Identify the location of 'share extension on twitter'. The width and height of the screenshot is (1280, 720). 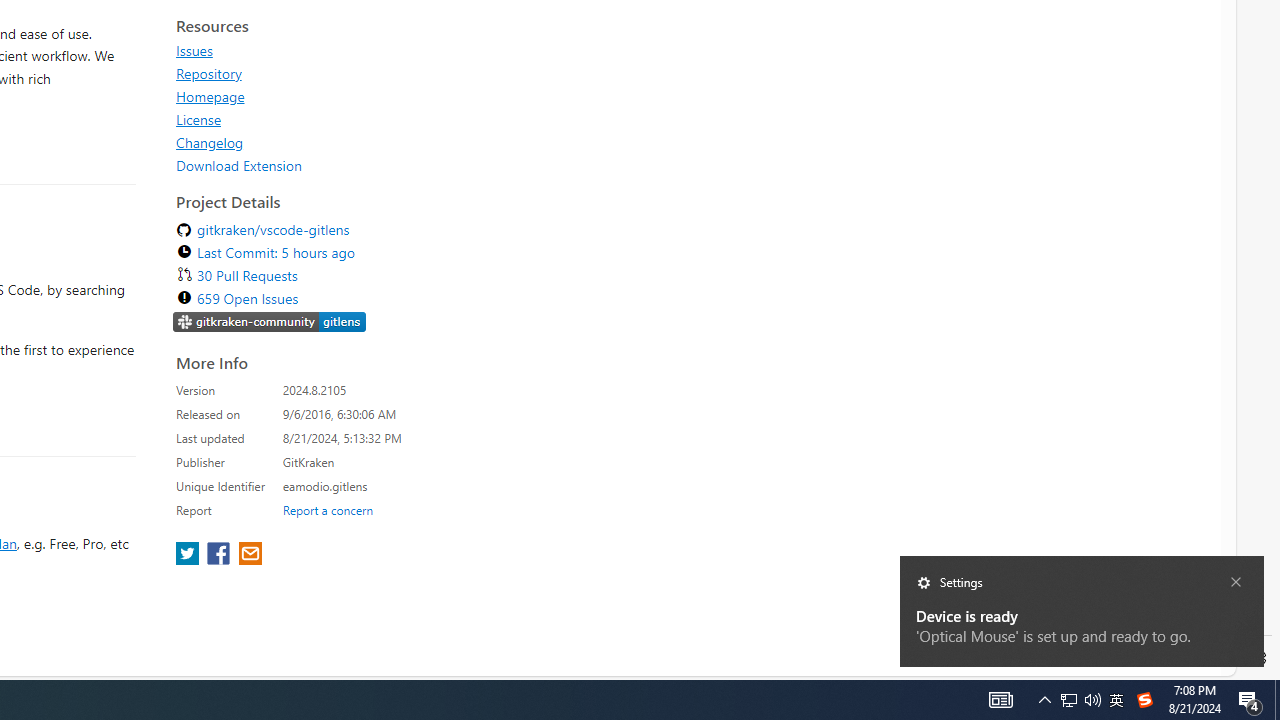
(190, 555).